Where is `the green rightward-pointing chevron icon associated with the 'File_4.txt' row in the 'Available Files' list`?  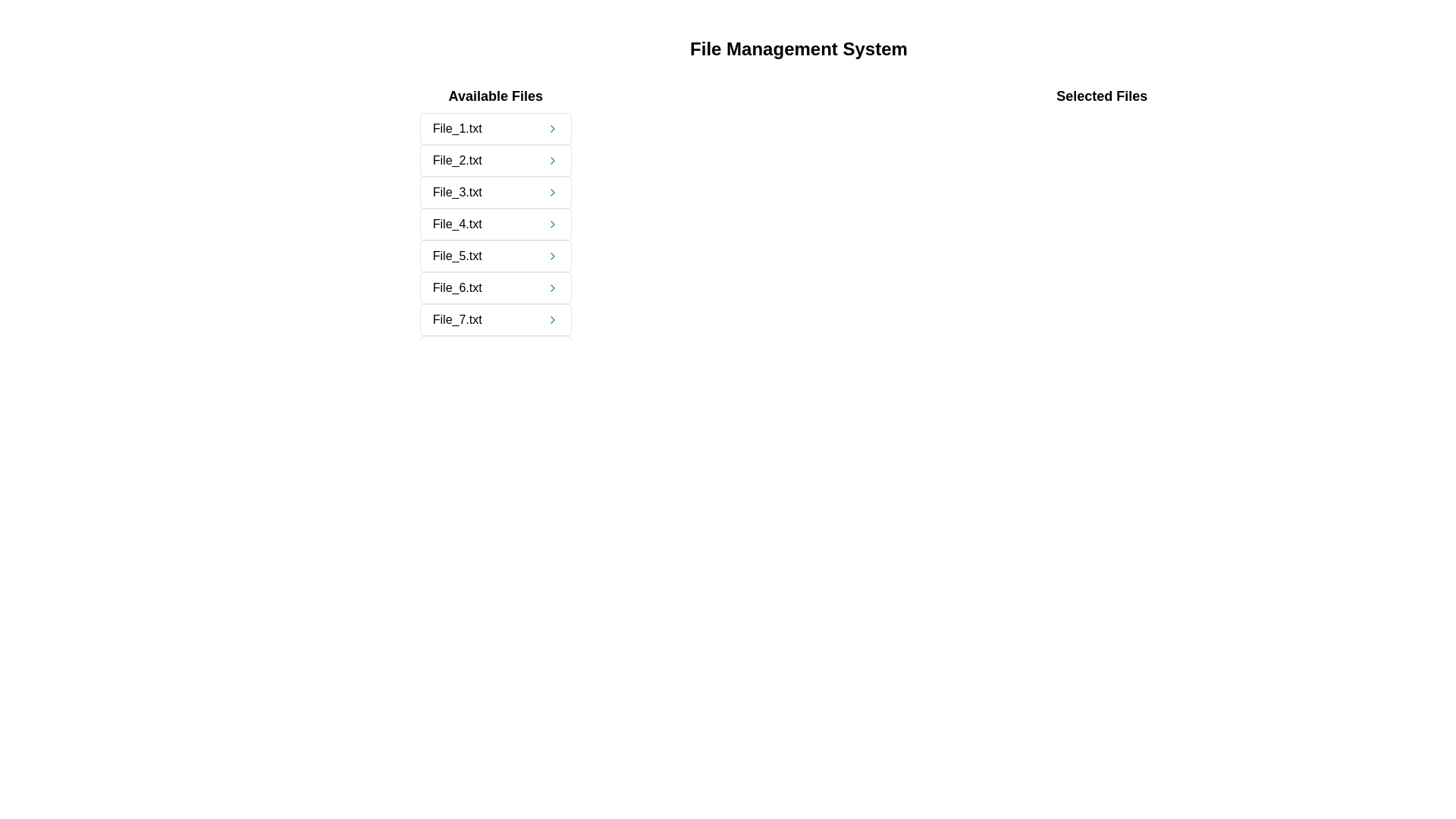
the green rightward-pointing chevron icon associated with the 'File_4.txt' row in the 'Available Files' list is located at coordinates (551, 224).